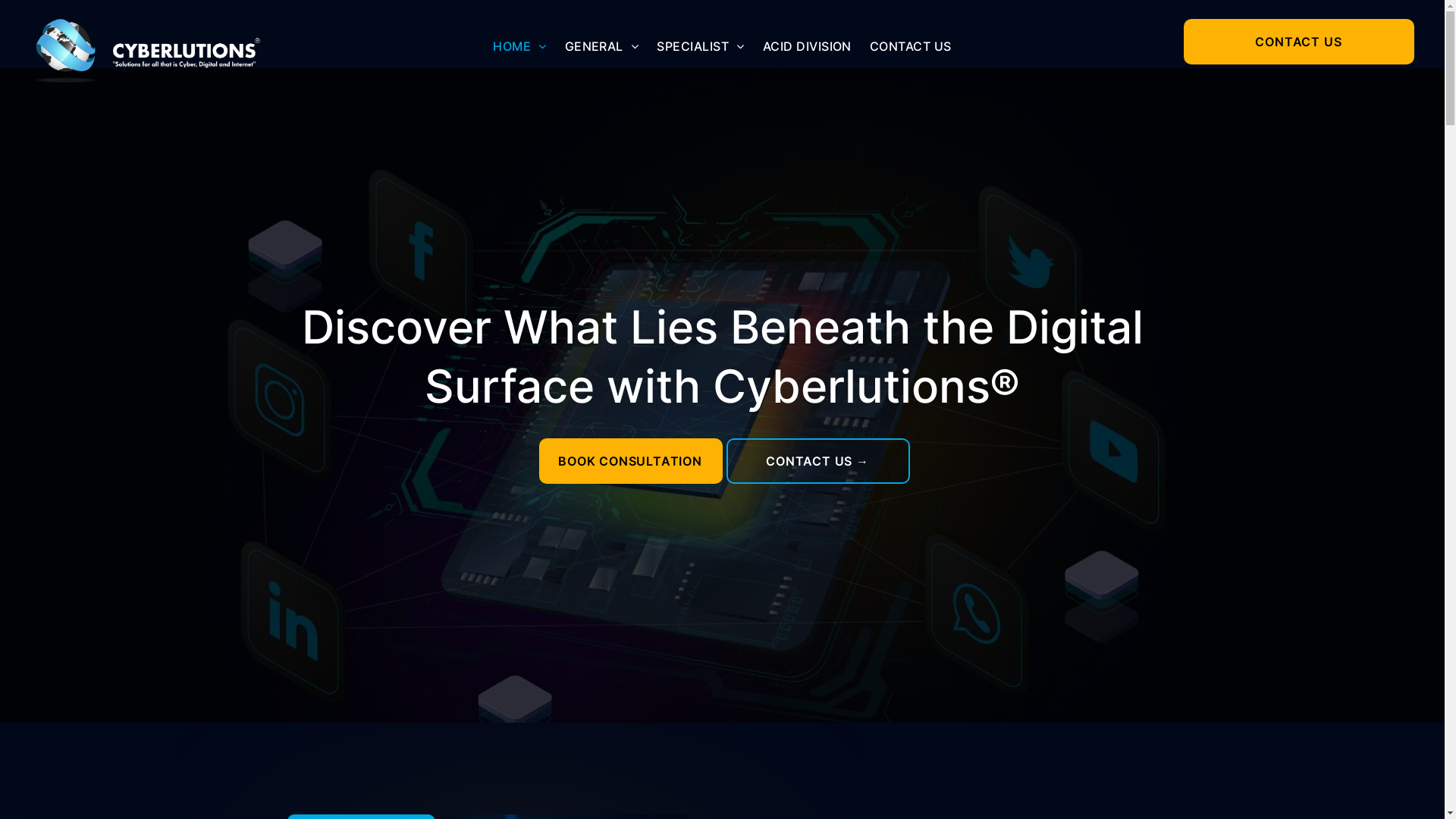 This screenshot has height=819, width=1456. What do you see at coordinates (1298, 40) in the screenshot?
I see `'CONTACT US'` at bounding box center [1298, 40].